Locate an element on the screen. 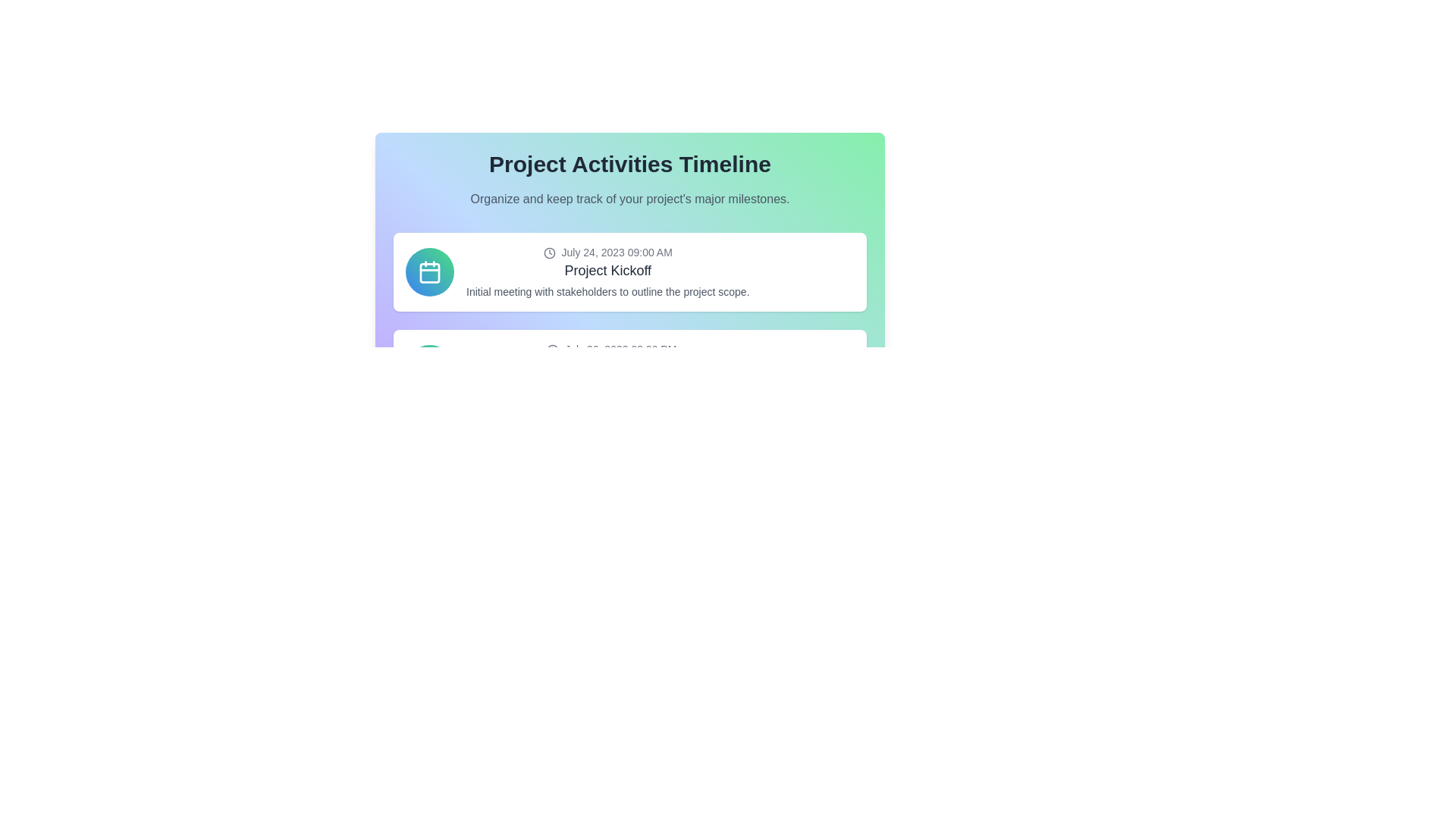 Image resolution: width=1456 pixels, height=819 pixels. the interactive elements within the dashboard component that displays project timeline activity details is located at coordinates (629, 231).